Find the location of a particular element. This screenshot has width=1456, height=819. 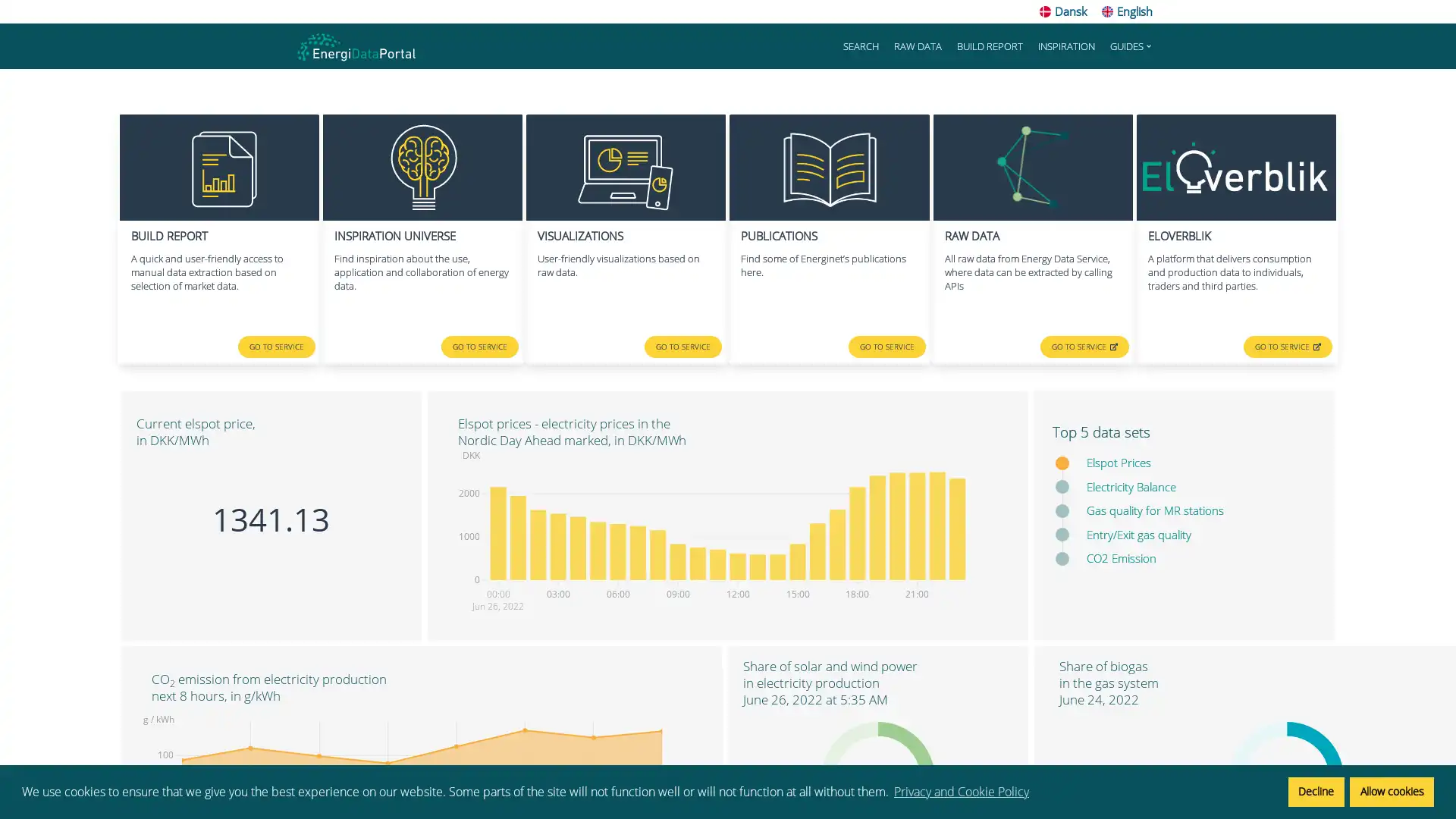

deny cookies is located at coordinates (1314, 791).